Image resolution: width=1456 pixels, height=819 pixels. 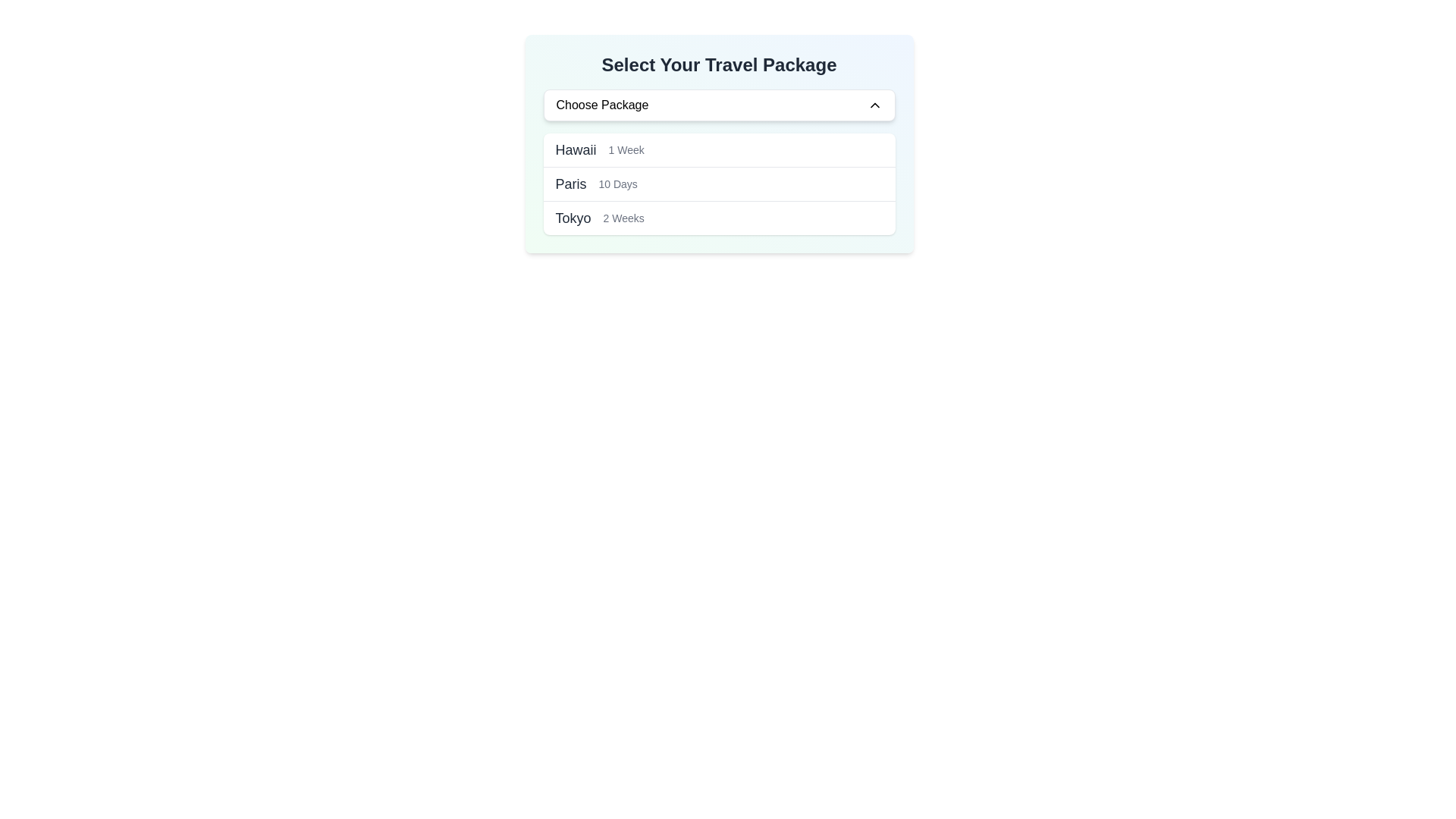 I want to click on an option from the dropdown menu labeled 'Choose Package' in the UI component titled 'Select Your Travel Package', so click(x=718, y=143).